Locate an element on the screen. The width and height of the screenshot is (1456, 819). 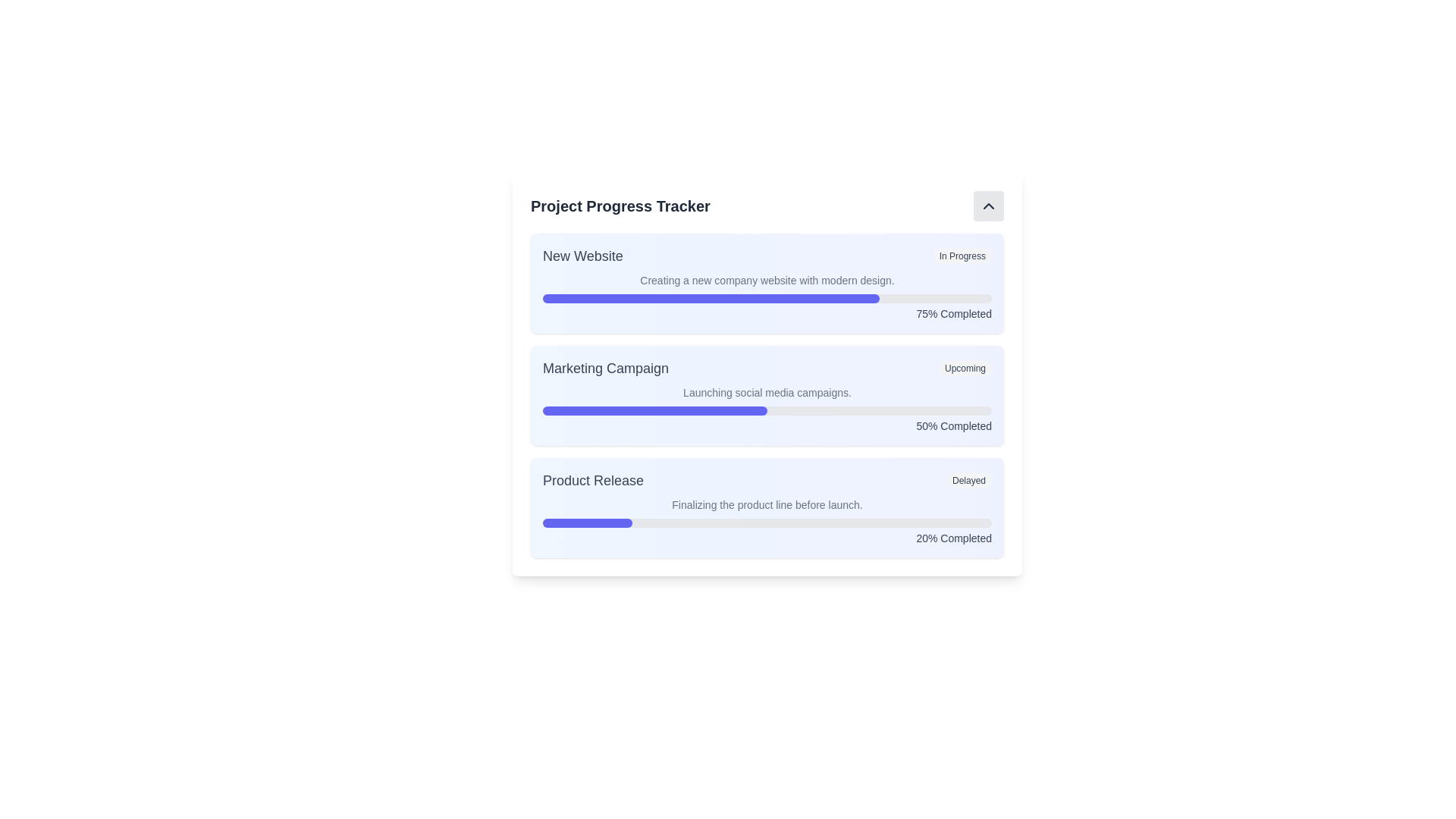
the plain text label providing additional information about the 'New Website' task within the project progress tracker interface is located at coordinates (767, 281).